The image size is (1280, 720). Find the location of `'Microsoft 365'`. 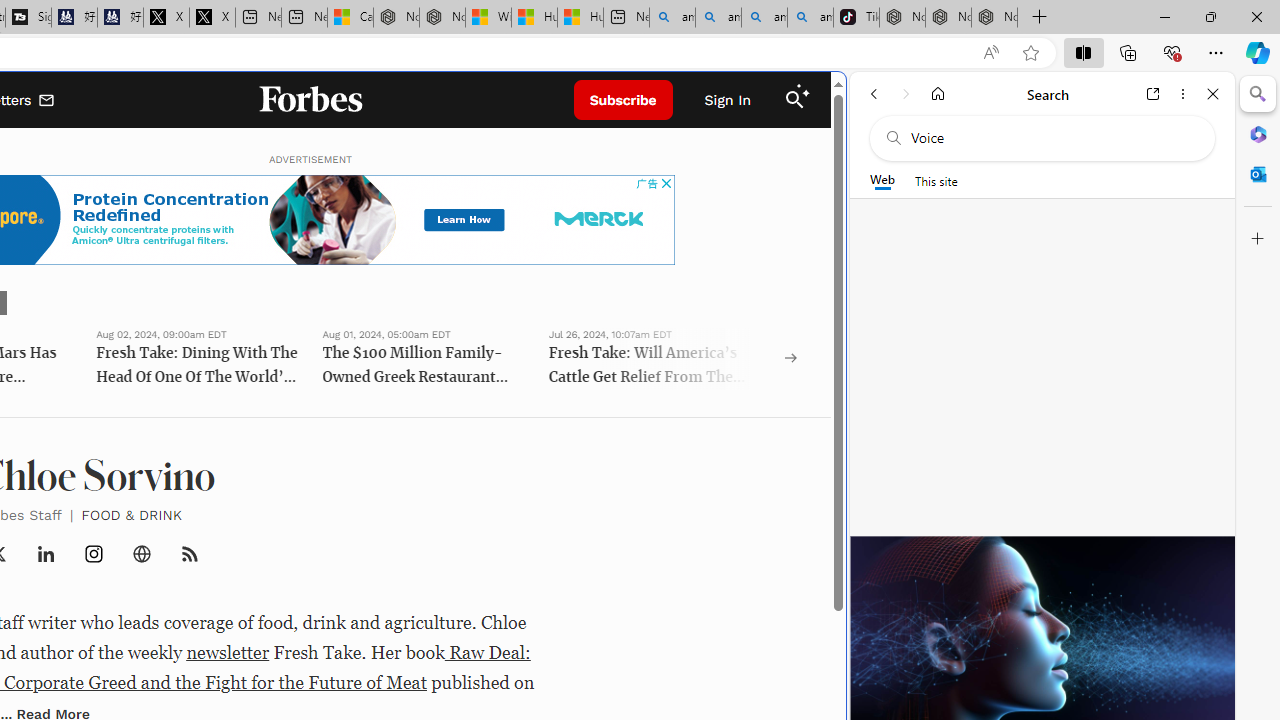

'Microsoft 365' is located at coordinates (1257, 133).